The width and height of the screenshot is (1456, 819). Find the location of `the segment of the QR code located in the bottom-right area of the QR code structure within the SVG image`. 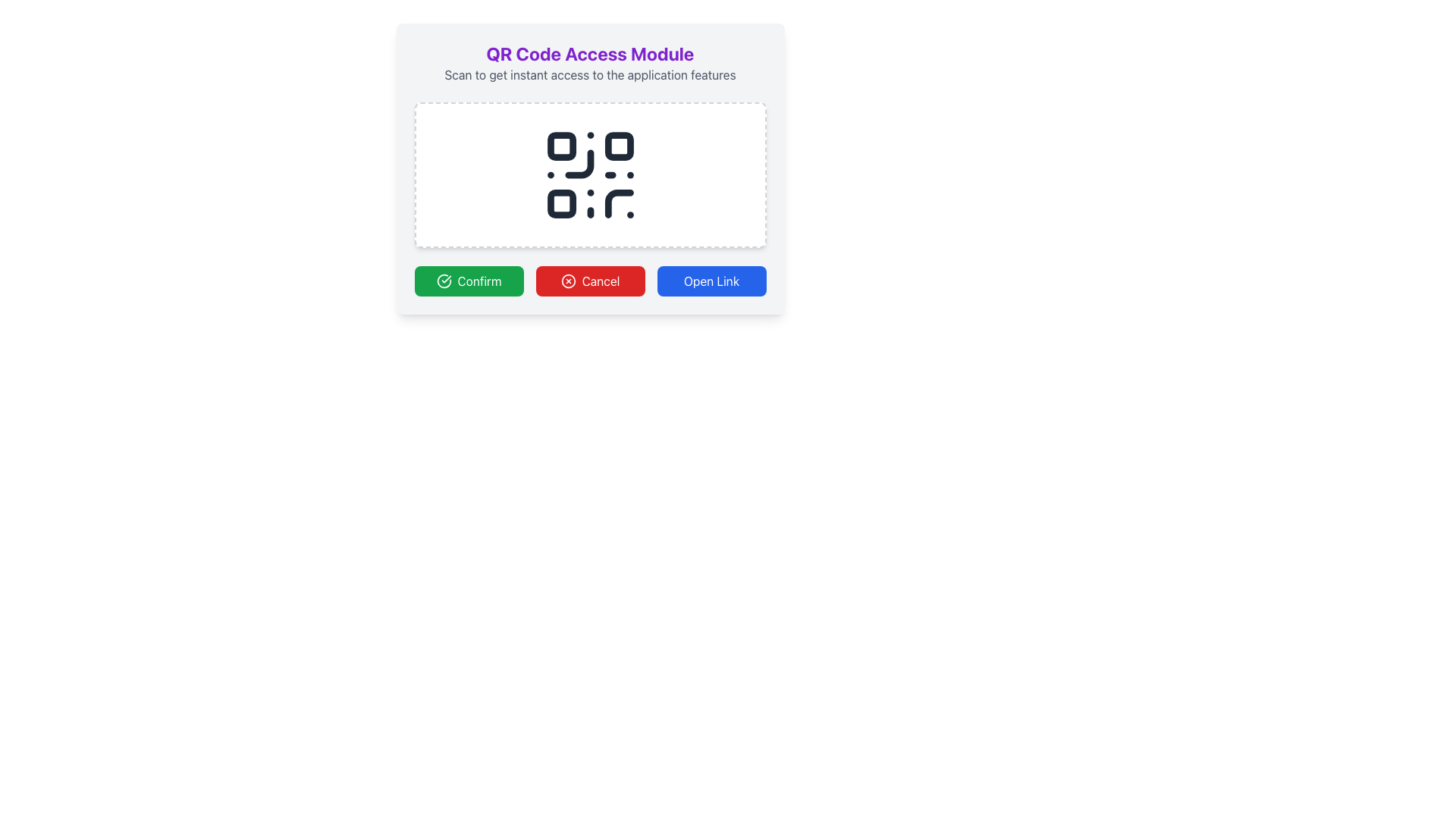

the segment of the QR code located in the bottom-right area of the QR code structure within the SVG image is located at coordinates (619, 202).